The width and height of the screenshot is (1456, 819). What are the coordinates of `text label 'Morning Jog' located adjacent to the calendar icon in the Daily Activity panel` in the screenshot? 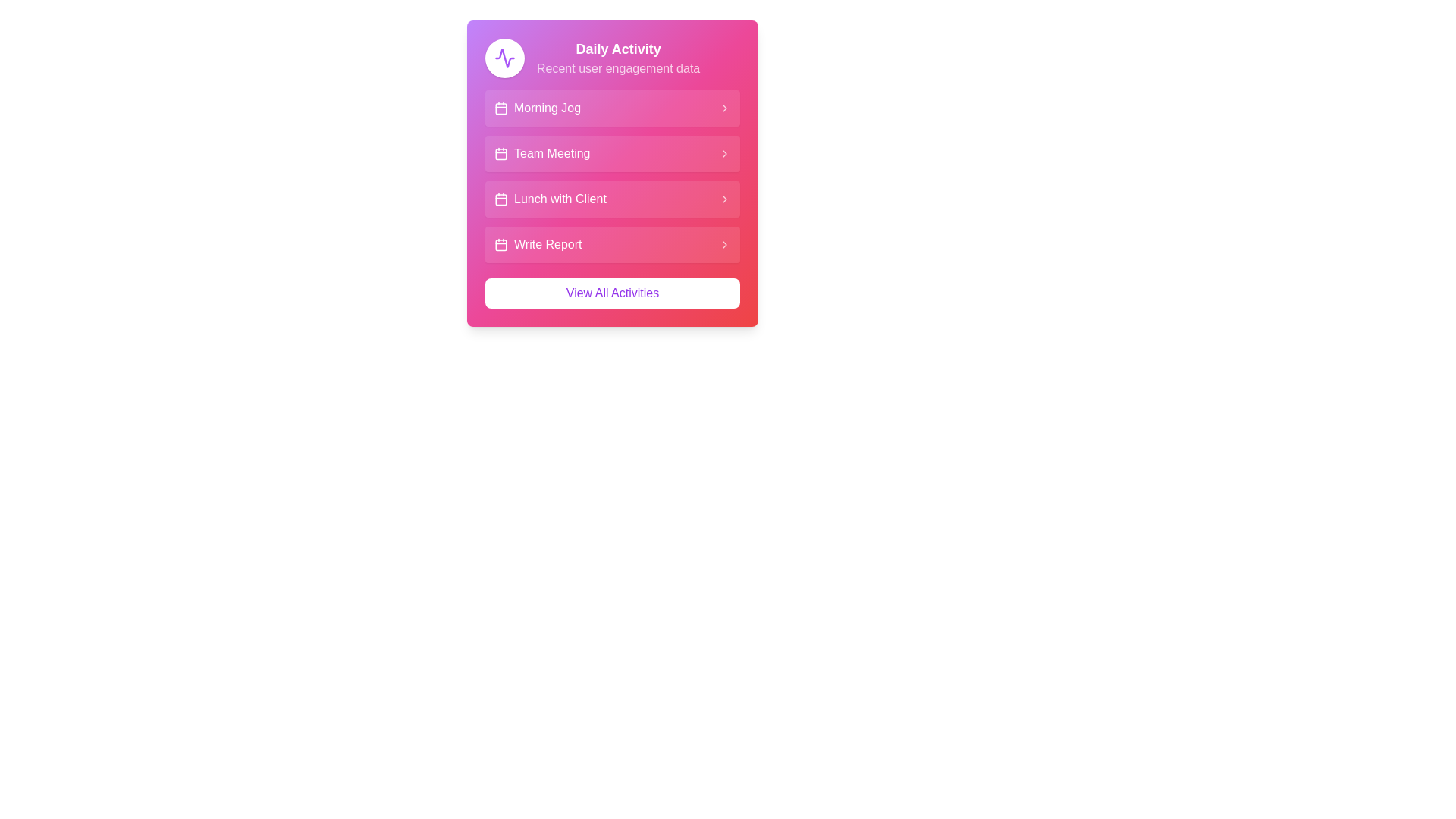 It's located at (538, 107).